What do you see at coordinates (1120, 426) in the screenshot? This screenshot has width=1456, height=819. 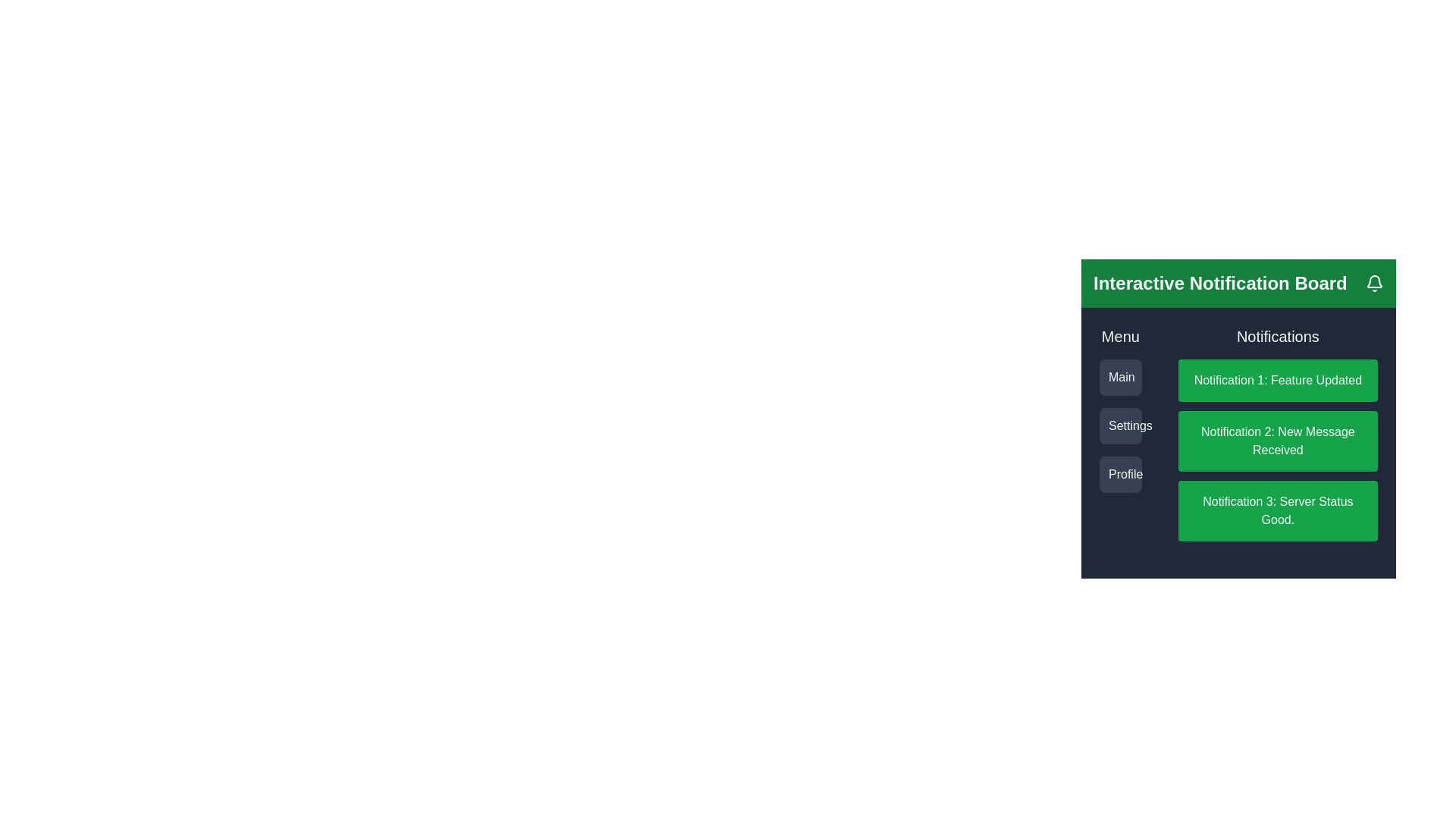 I see `the 'Settings' button, which is a rectangular button with white text on a dark gray background, located in the Menu section` at bounding box center [1120, 426].